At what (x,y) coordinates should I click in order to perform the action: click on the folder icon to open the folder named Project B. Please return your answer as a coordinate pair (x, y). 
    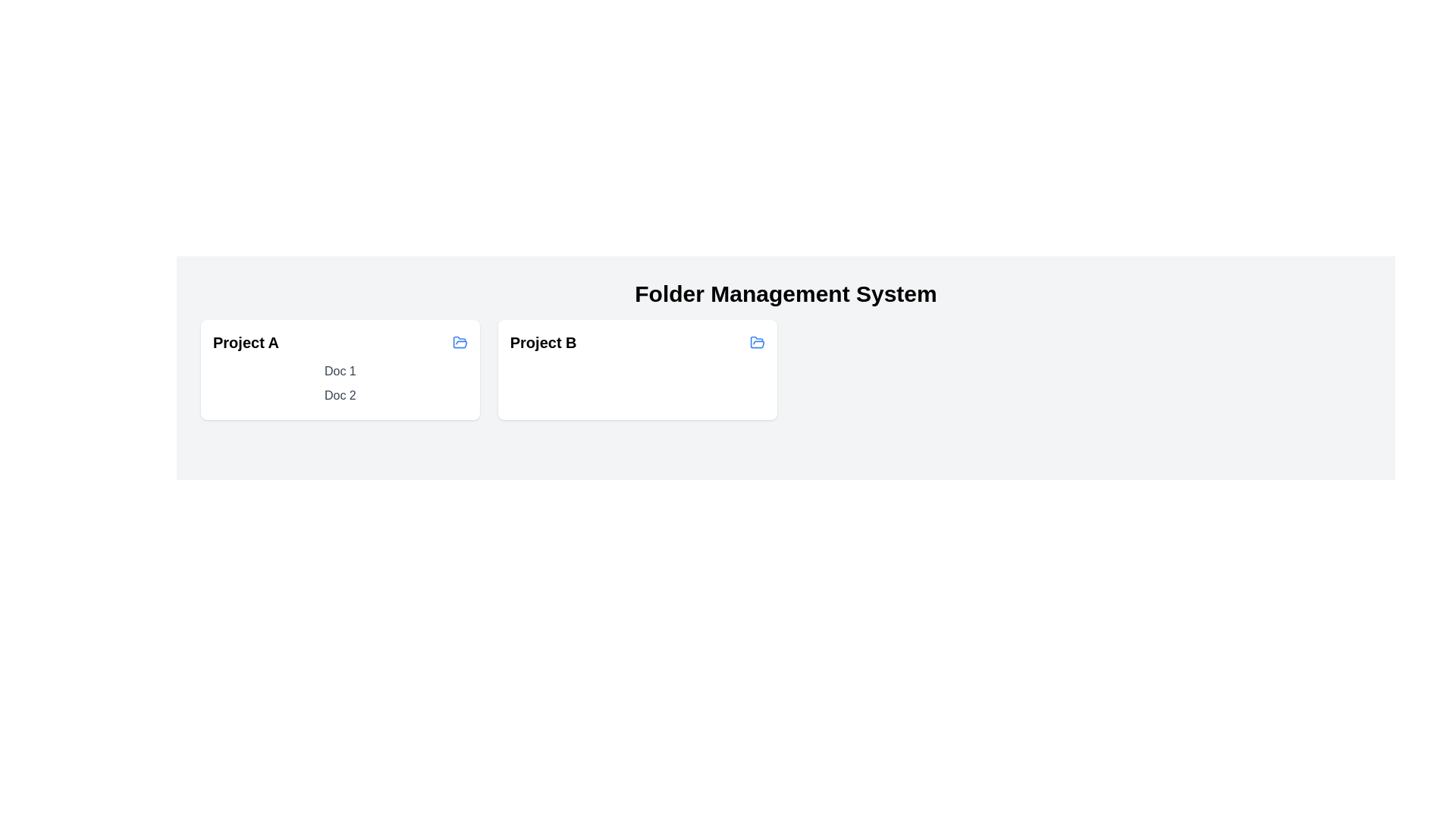
    Looking at the image, I should click on (757, 342).